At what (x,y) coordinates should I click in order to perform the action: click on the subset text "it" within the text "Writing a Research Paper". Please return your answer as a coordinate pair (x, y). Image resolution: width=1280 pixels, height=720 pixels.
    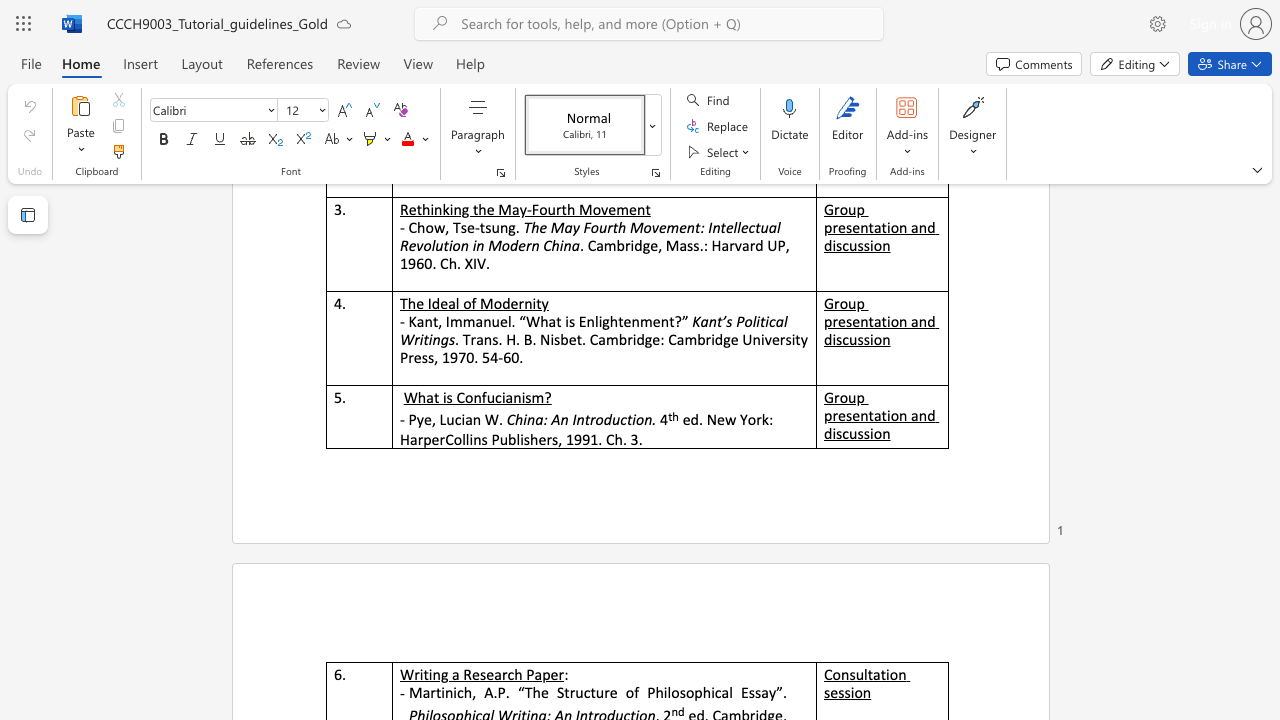
    Looking at the image, I should click on (418, 674).